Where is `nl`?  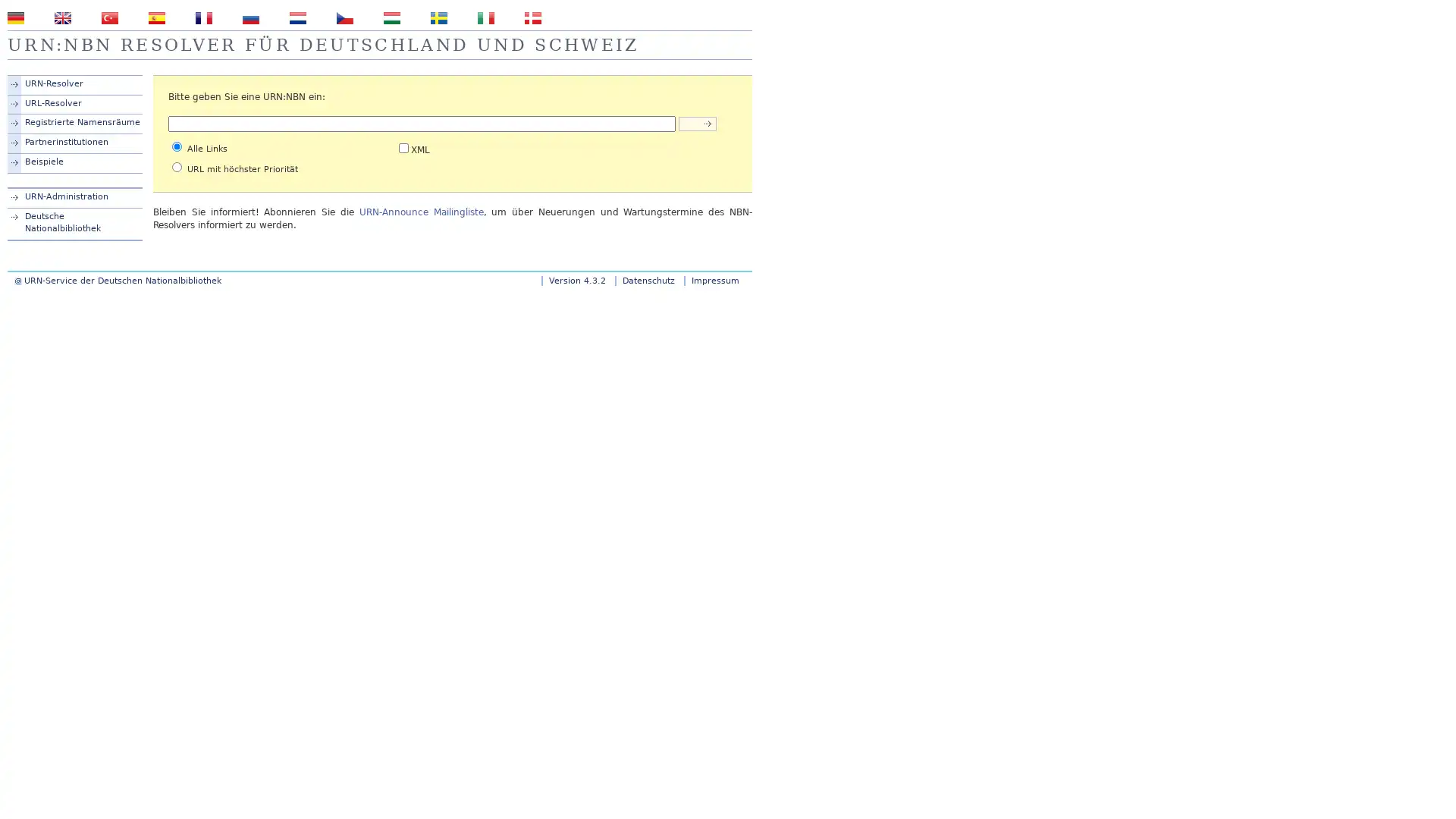 nl is located at coordinates (298, 17).